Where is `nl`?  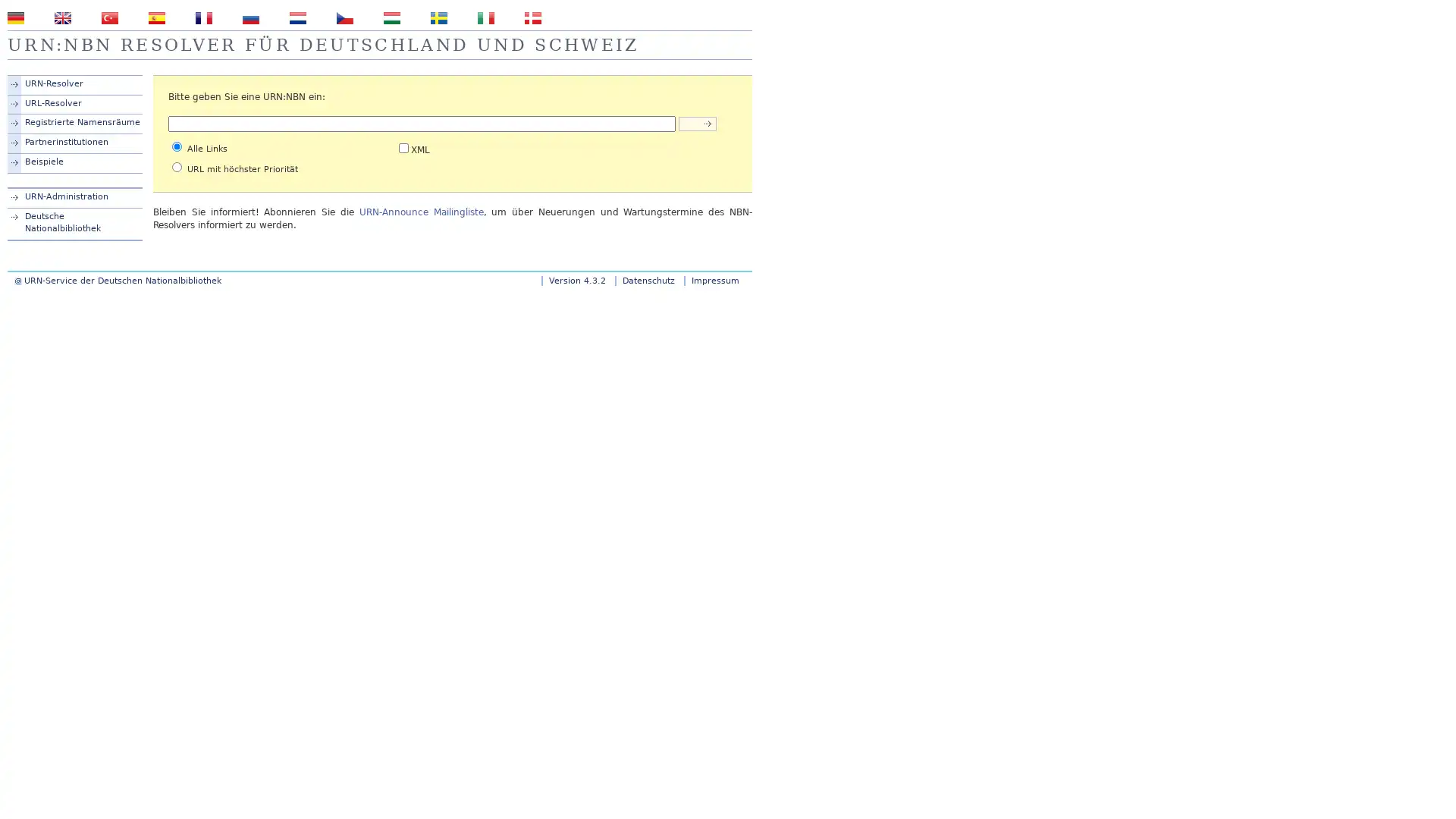 nl is located at coordinates (298, 17).